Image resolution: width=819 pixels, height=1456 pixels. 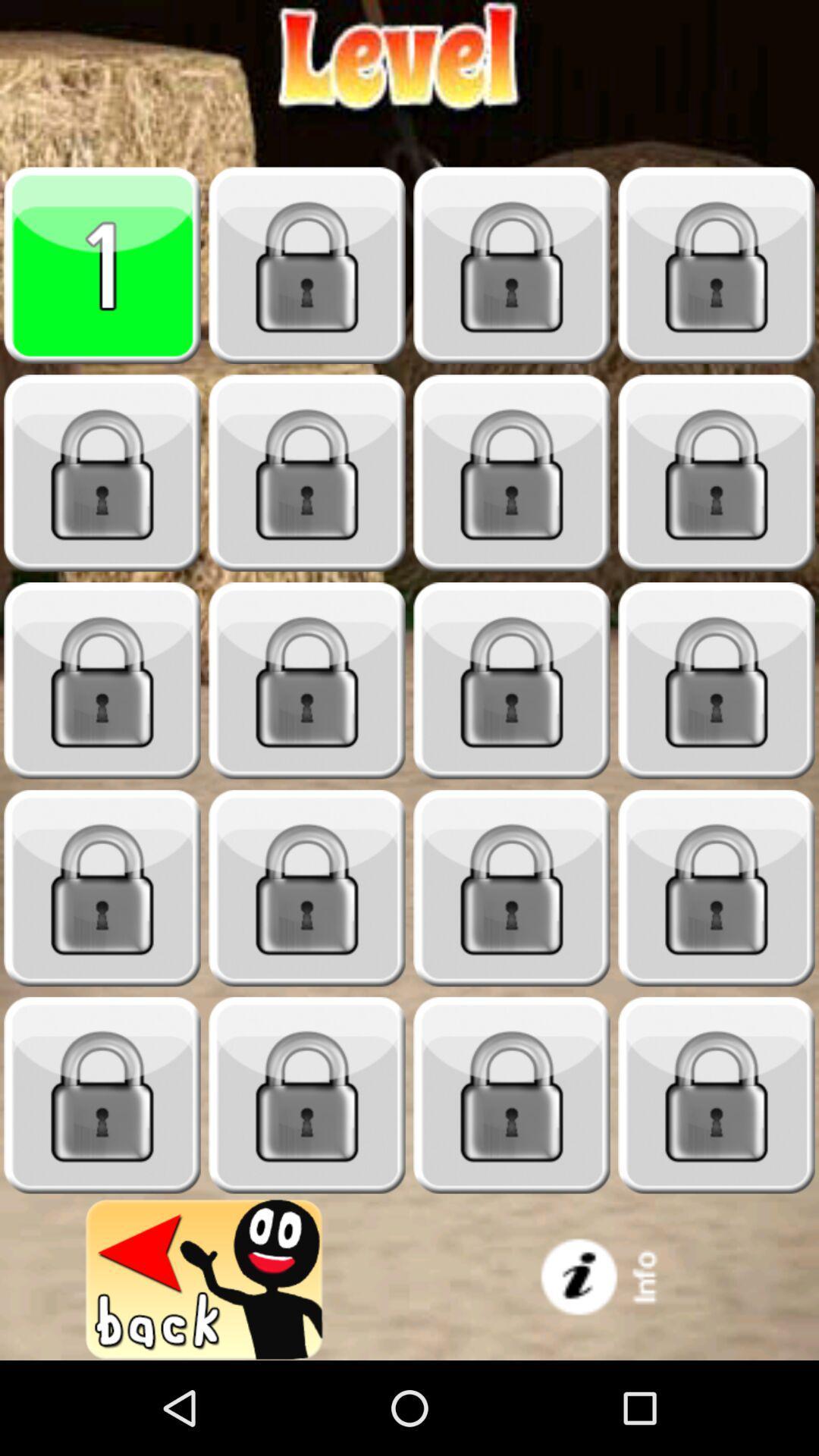 What do you see at coordinates (307, 1095) in the screenshot?
I see `locked level` at bounding box center [307, 1095].